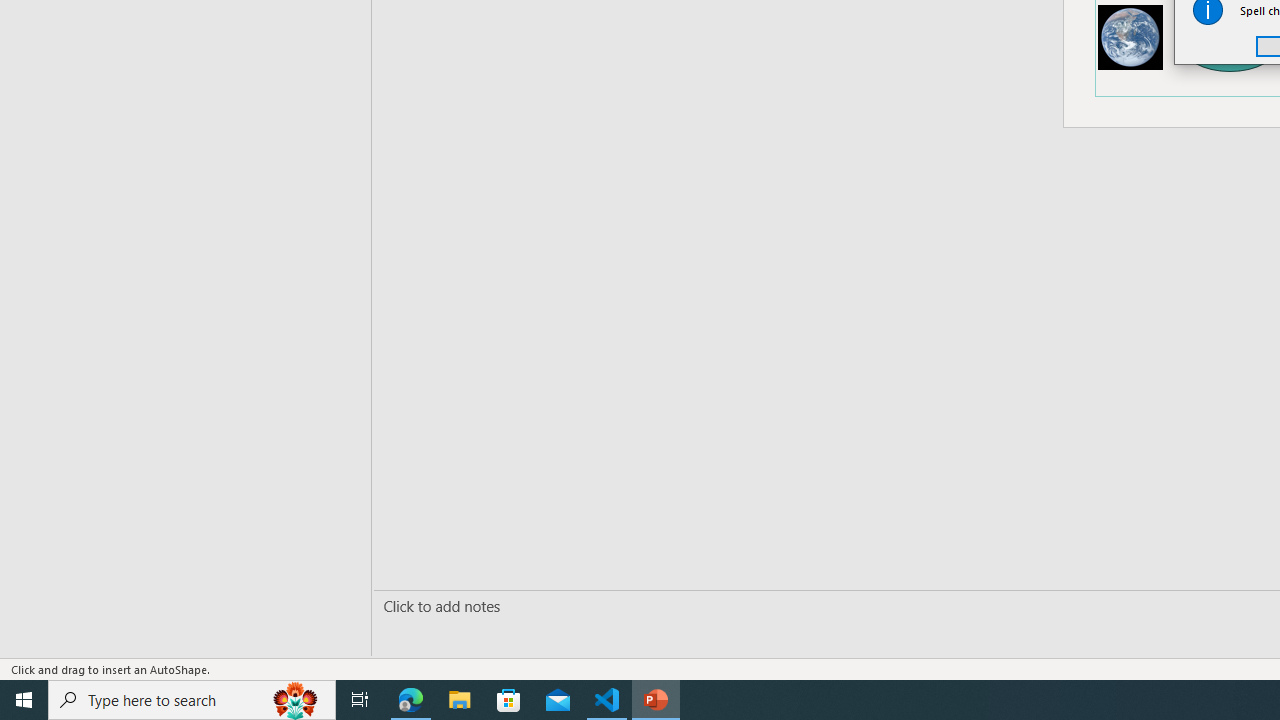  I want to click on 'Search highlights icon opens search home window', so click(294, 698).